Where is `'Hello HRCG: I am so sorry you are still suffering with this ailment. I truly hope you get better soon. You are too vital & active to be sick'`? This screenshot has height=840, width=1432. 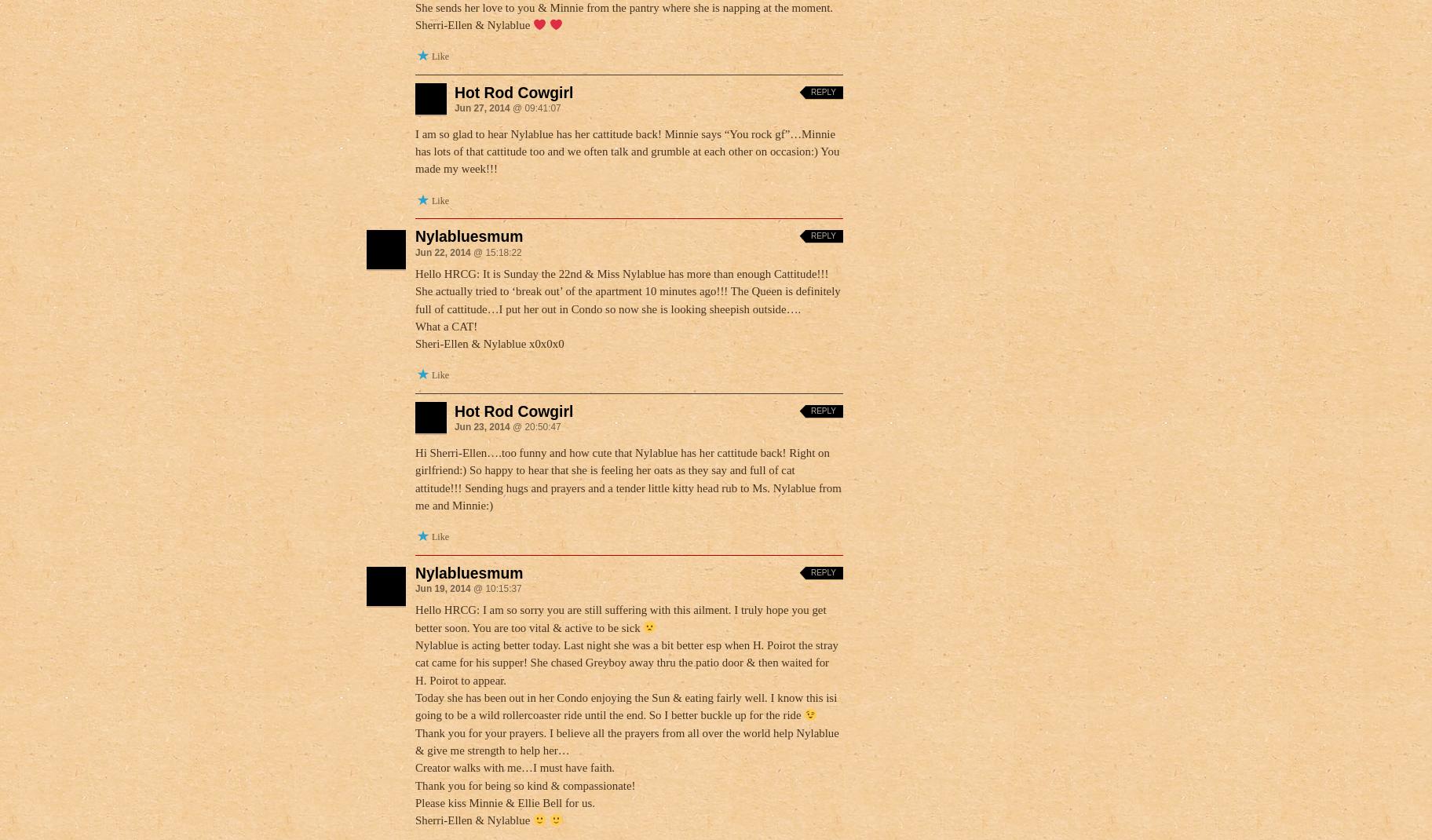
'Hello HRCG: I am so sorry you are still suffering with this ailment. I truly hope you get better soon. You are too vital & active to be sick' is located at coordinates (620, 617).